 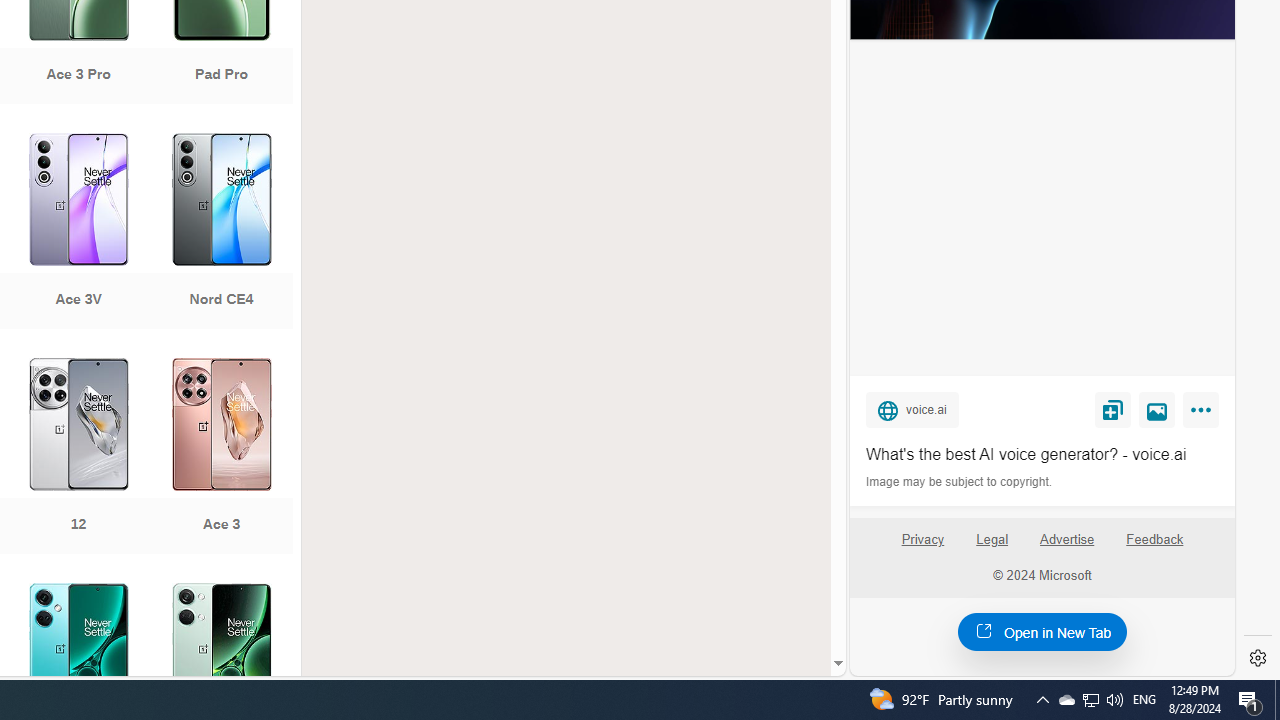 I want to click on 'View image', so click(x=1157, y=408).